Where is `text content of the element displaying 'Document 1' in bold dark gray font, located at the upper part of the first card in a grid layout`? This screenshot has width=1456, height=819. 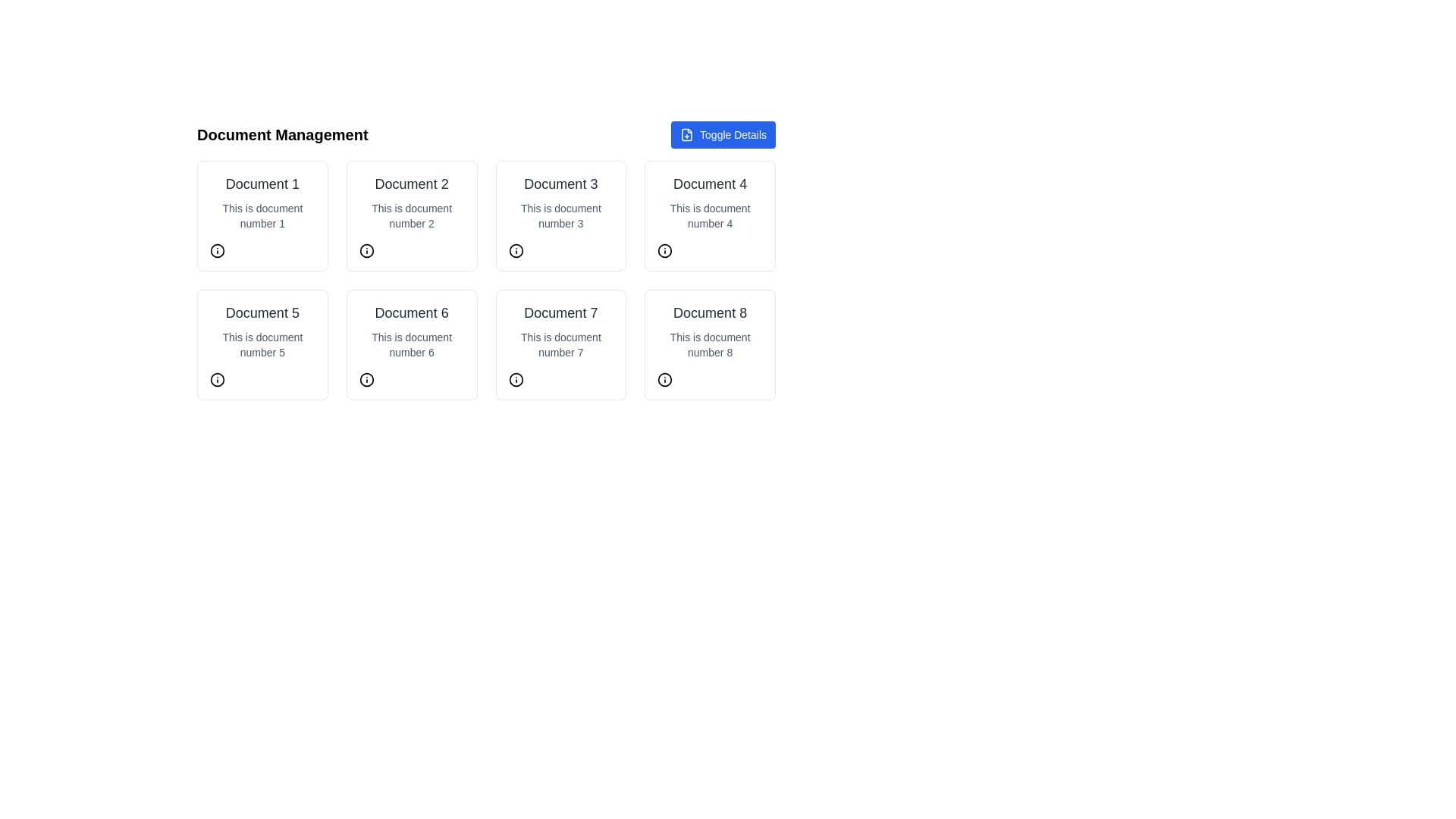 text content of the element displaying 'Document 1' in bold dark gray font, located at the upper part of the first card in a grid layout is located at coordinates (262, 184).